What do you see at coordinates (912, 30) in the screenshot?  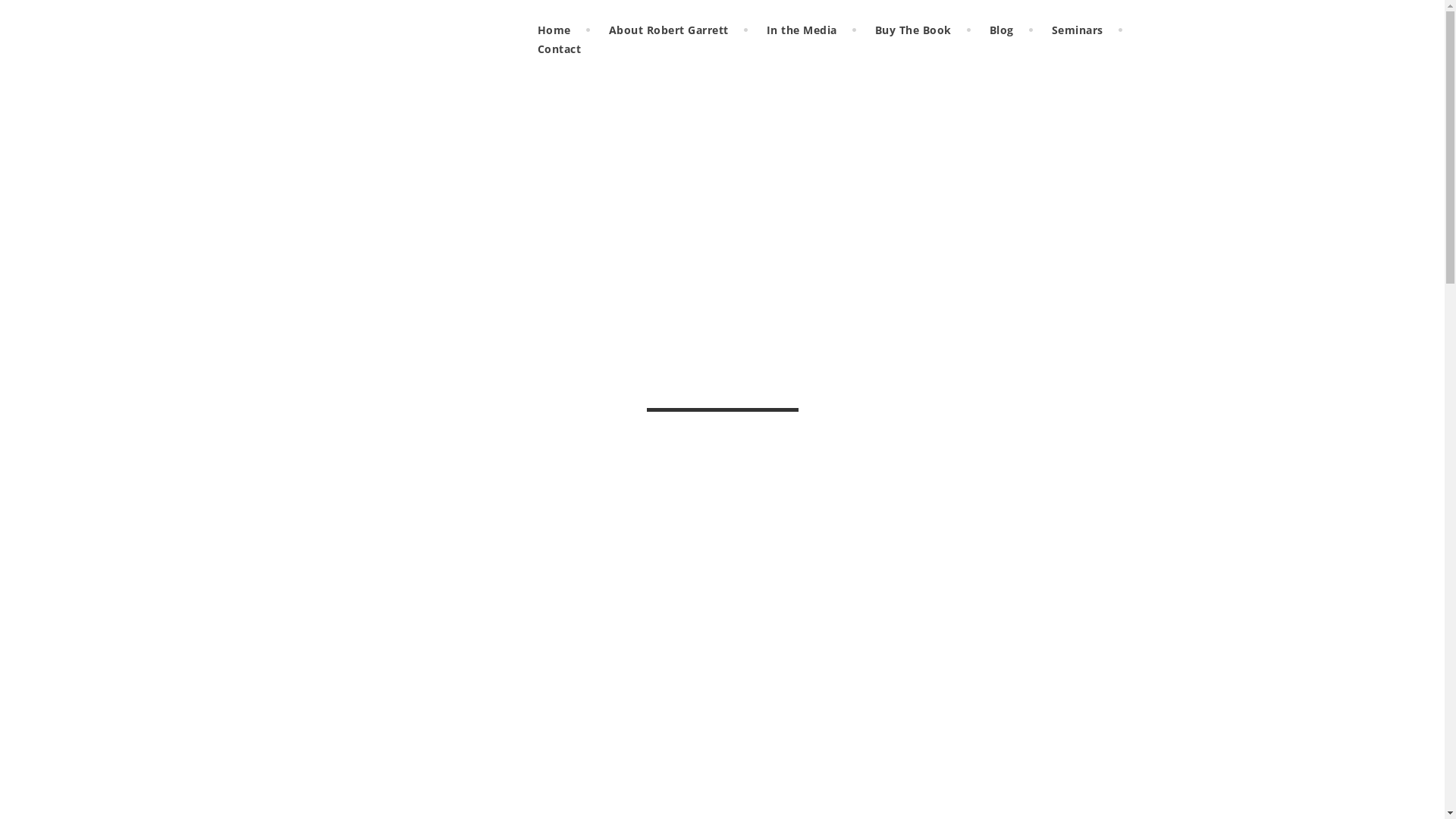 I see `'Buy The Book'` at bounding box center [912, 30].